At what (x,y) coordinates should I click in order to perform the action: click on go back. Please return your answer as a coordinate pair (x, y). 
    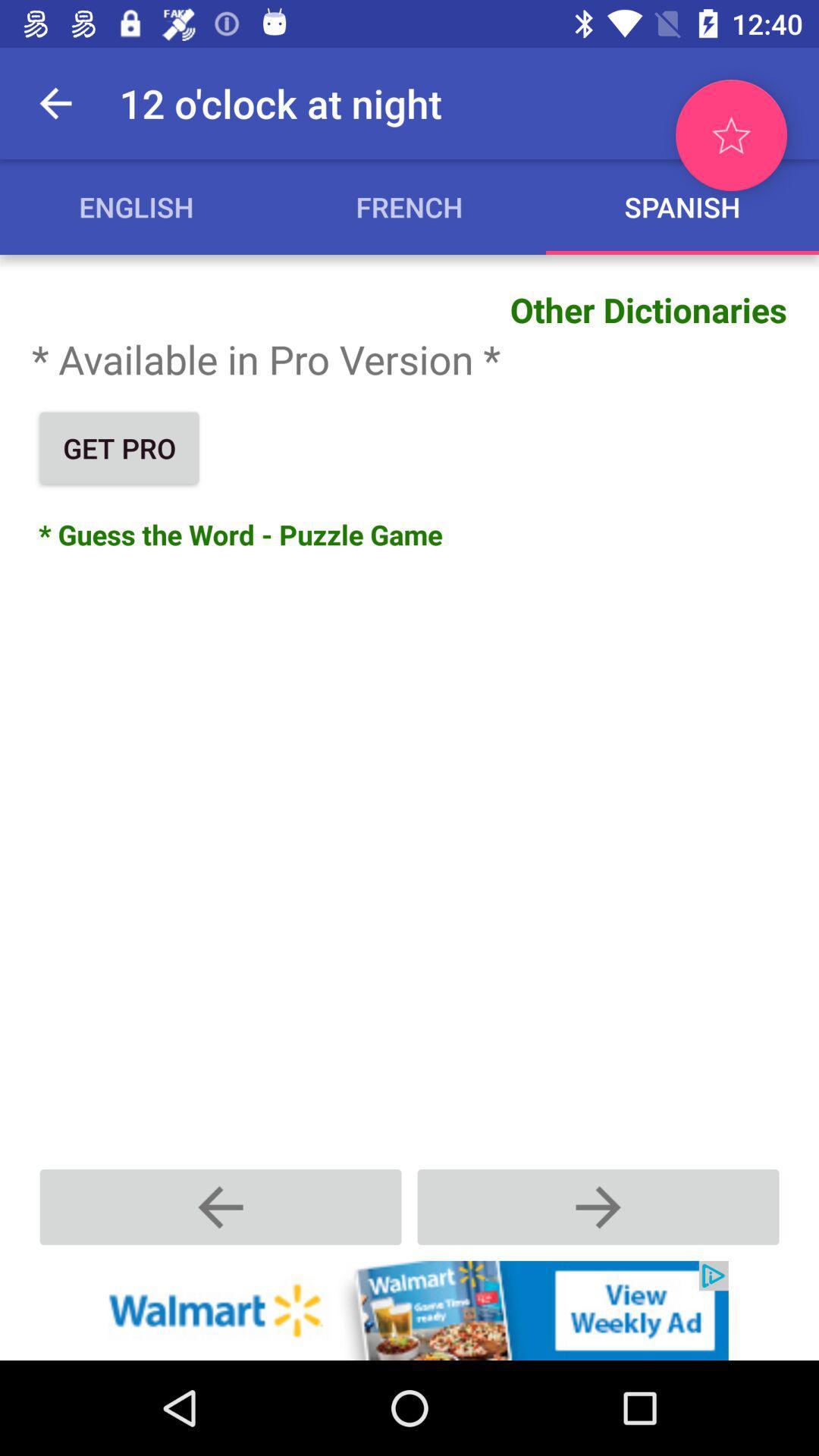
    Looking at the image, I should click on (220, 1206).